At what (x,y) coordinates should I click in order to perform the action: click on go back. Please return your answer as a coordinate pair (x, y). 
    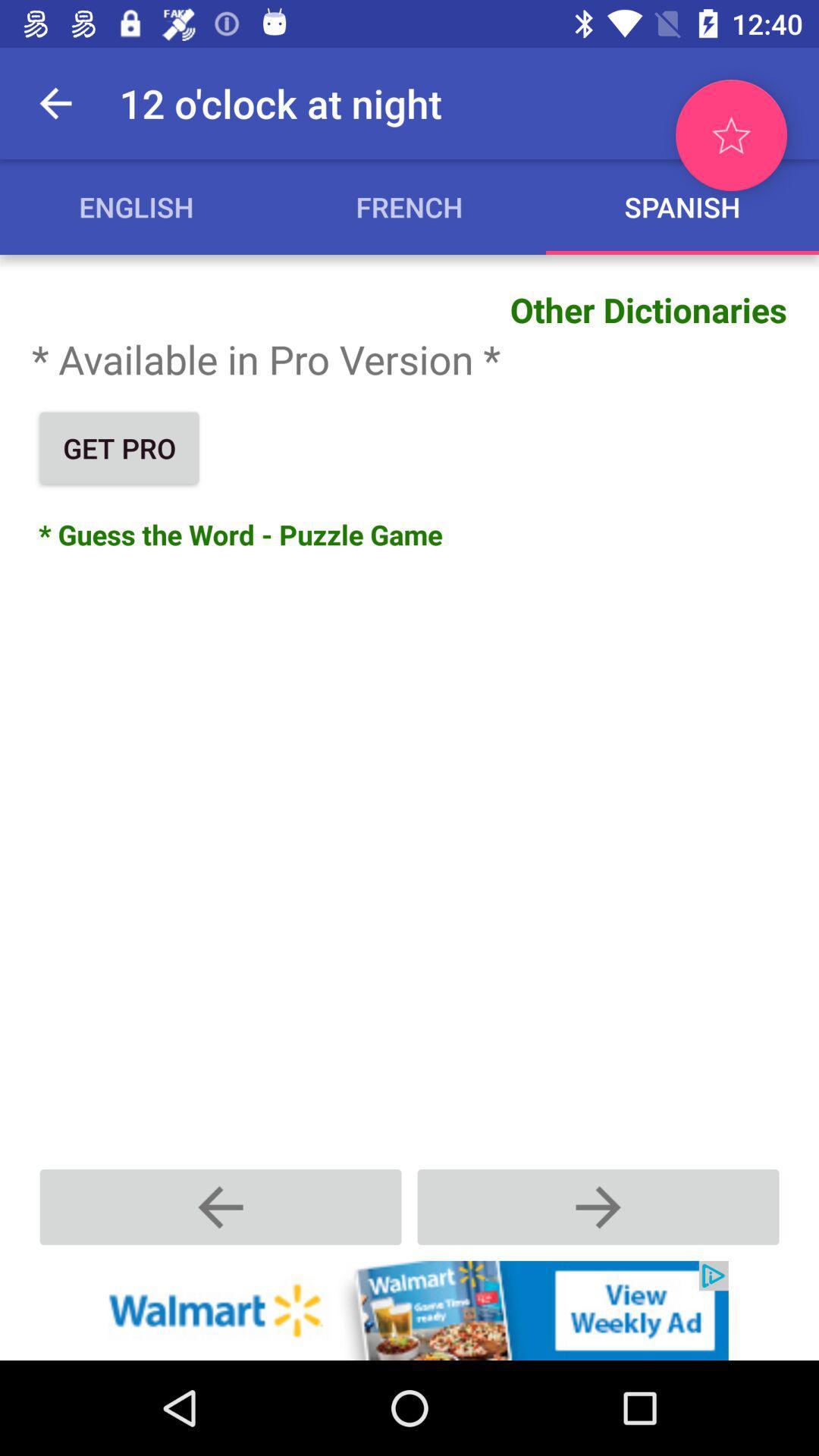
    Looking at the image, I should click on (220, 1206).